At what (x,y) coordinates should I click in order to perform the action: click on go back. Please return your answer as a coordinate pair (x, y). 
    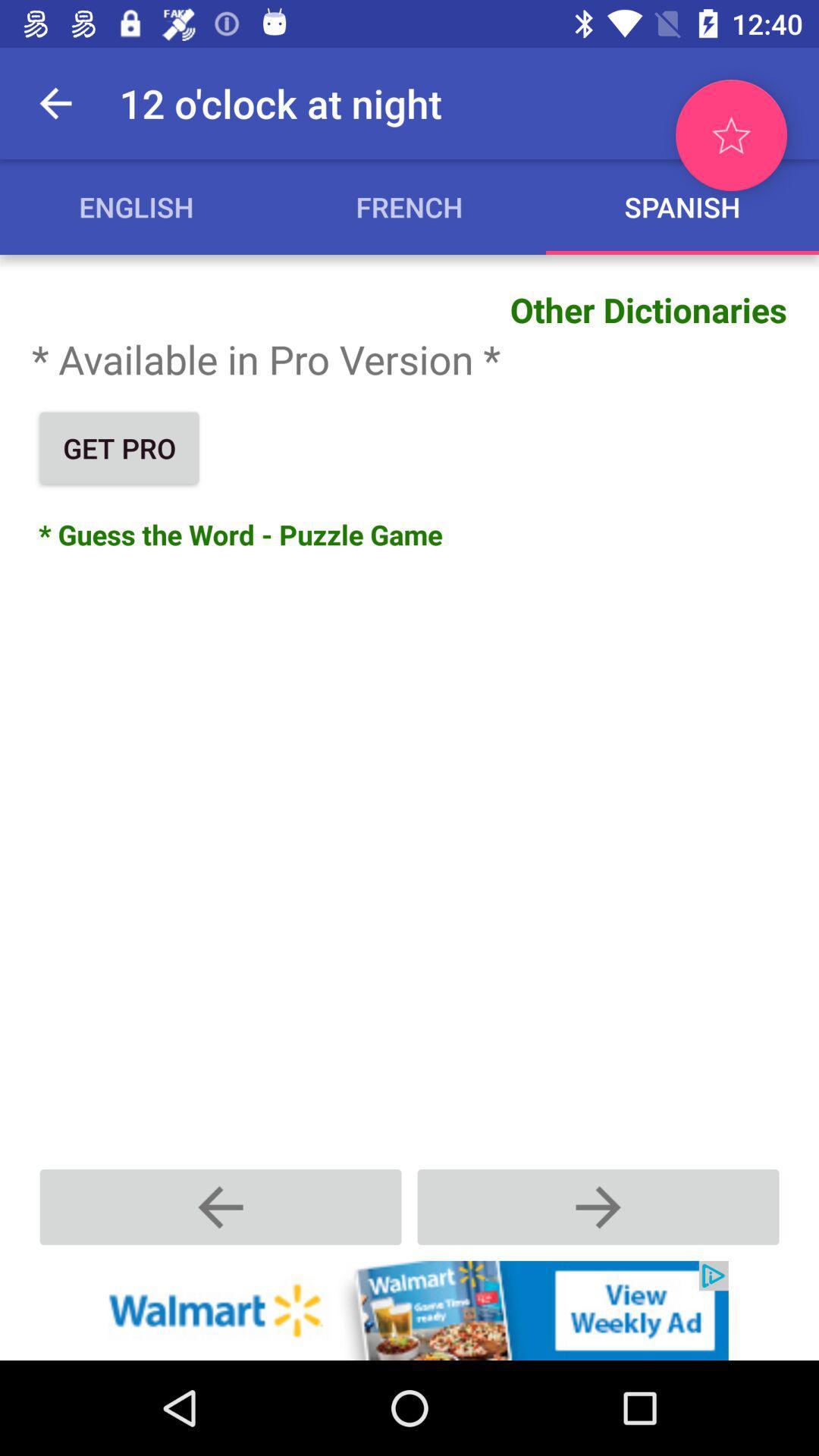
    Looking at the image, I should click on (220, 1206).